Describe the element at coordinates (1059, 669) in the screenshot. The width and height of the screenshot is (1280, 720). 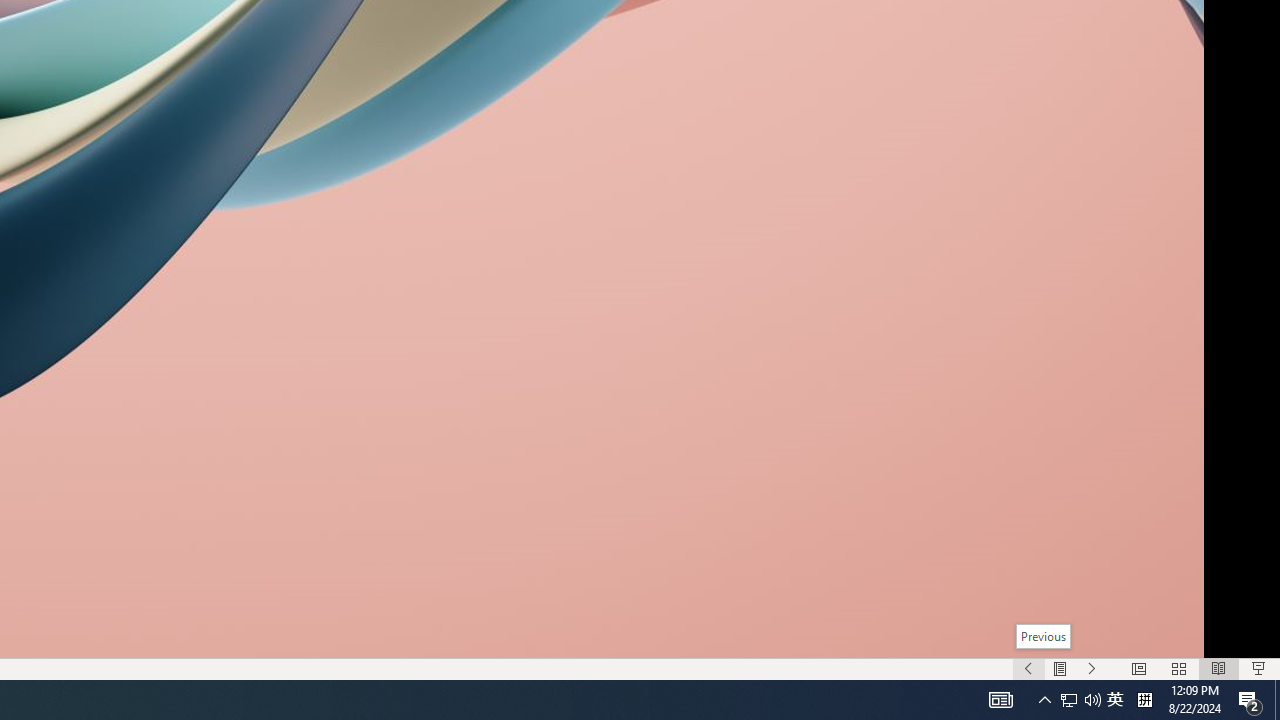
I see `'Menu On'` at that location.